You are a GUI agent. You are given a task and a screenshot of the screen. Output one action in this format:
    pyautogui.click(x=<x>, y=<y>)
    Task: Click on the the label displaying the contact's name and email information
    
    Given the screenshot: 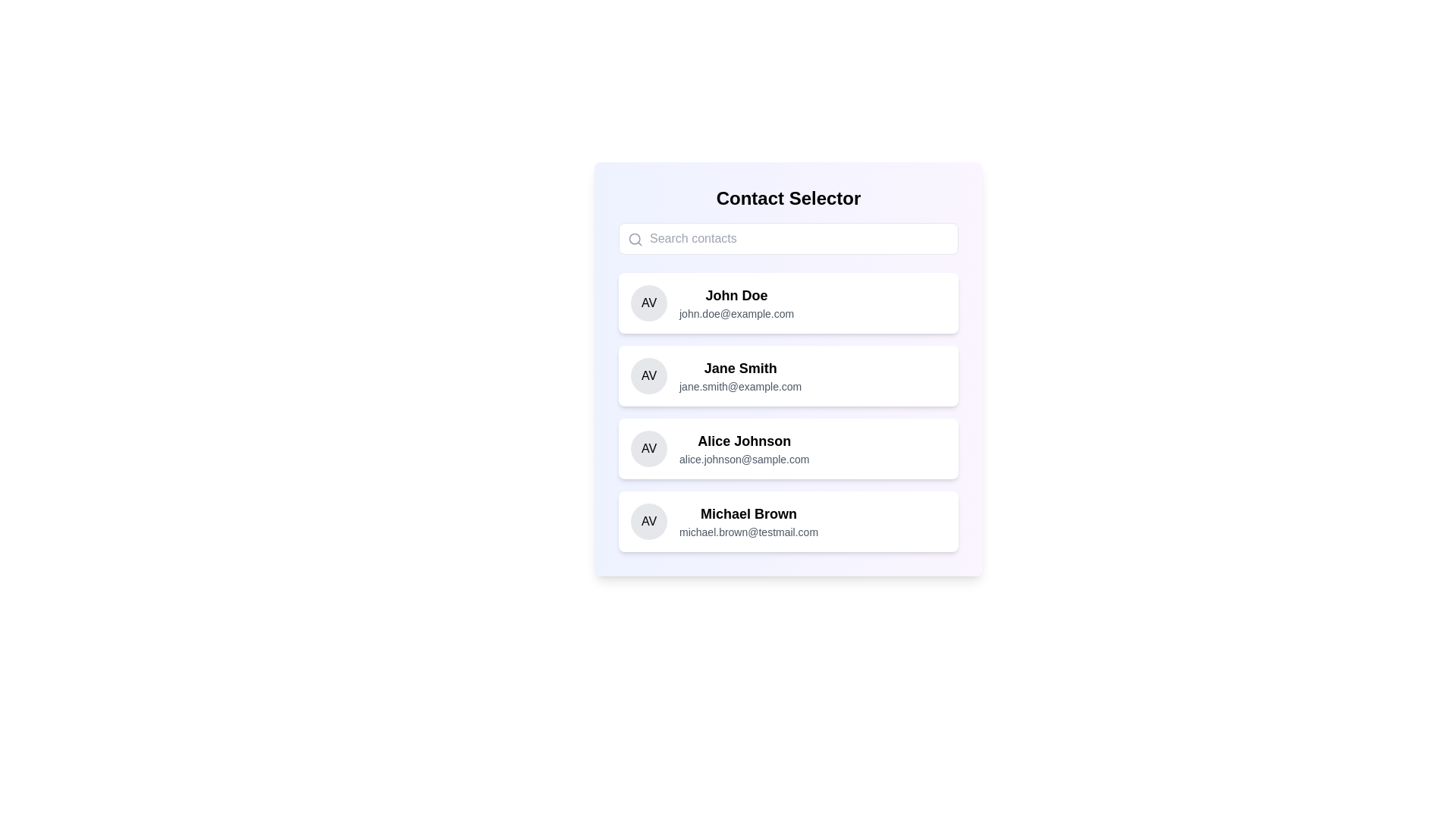 What is the action you would take?
    pyautogui.click(x=748, y=520)
    